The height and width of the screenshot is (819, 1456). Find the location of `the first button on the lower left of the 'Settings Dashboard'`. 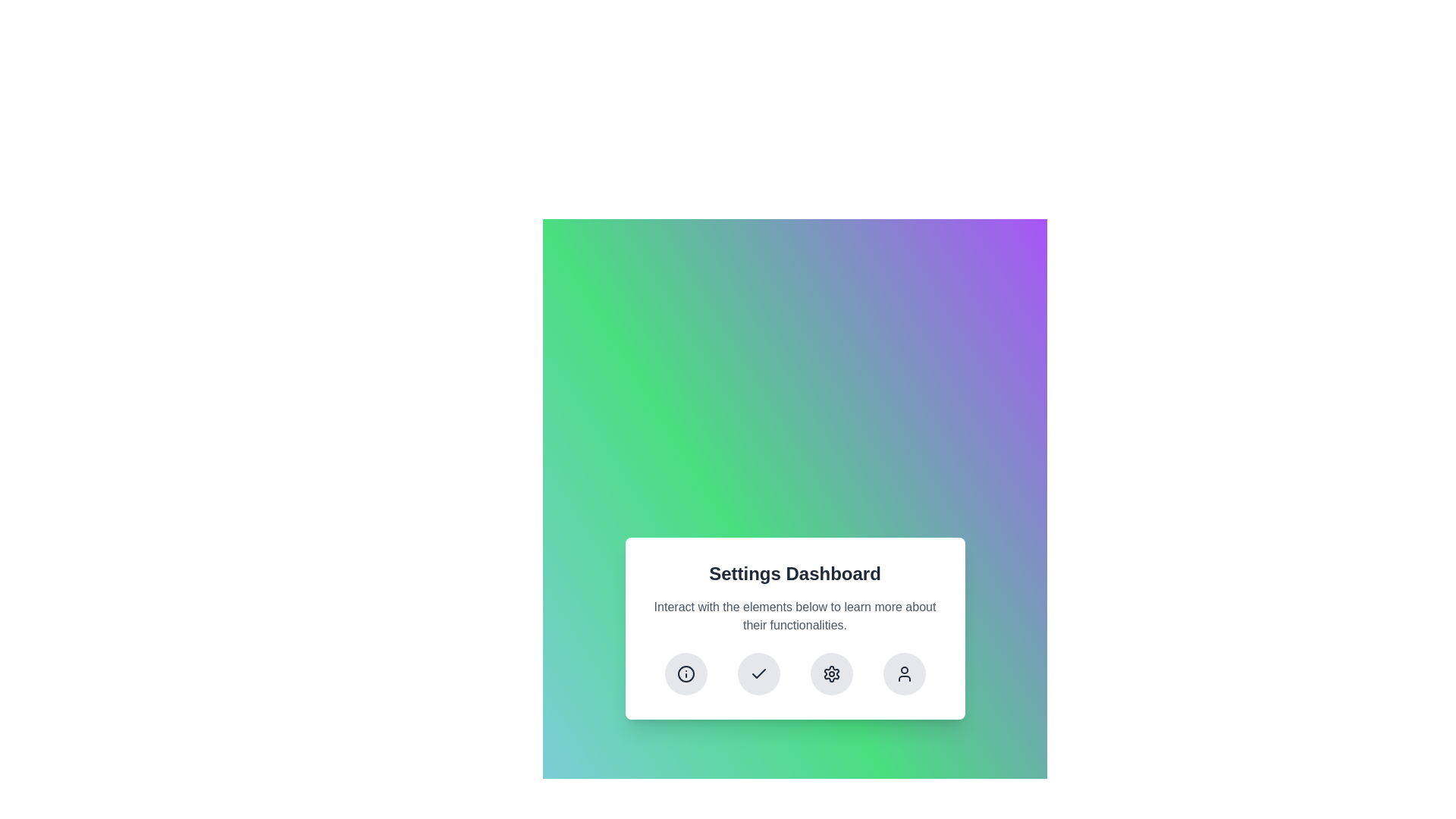

the first button on the lower left of the 'Settings Dashboard' is located at coordinates (685, 673).